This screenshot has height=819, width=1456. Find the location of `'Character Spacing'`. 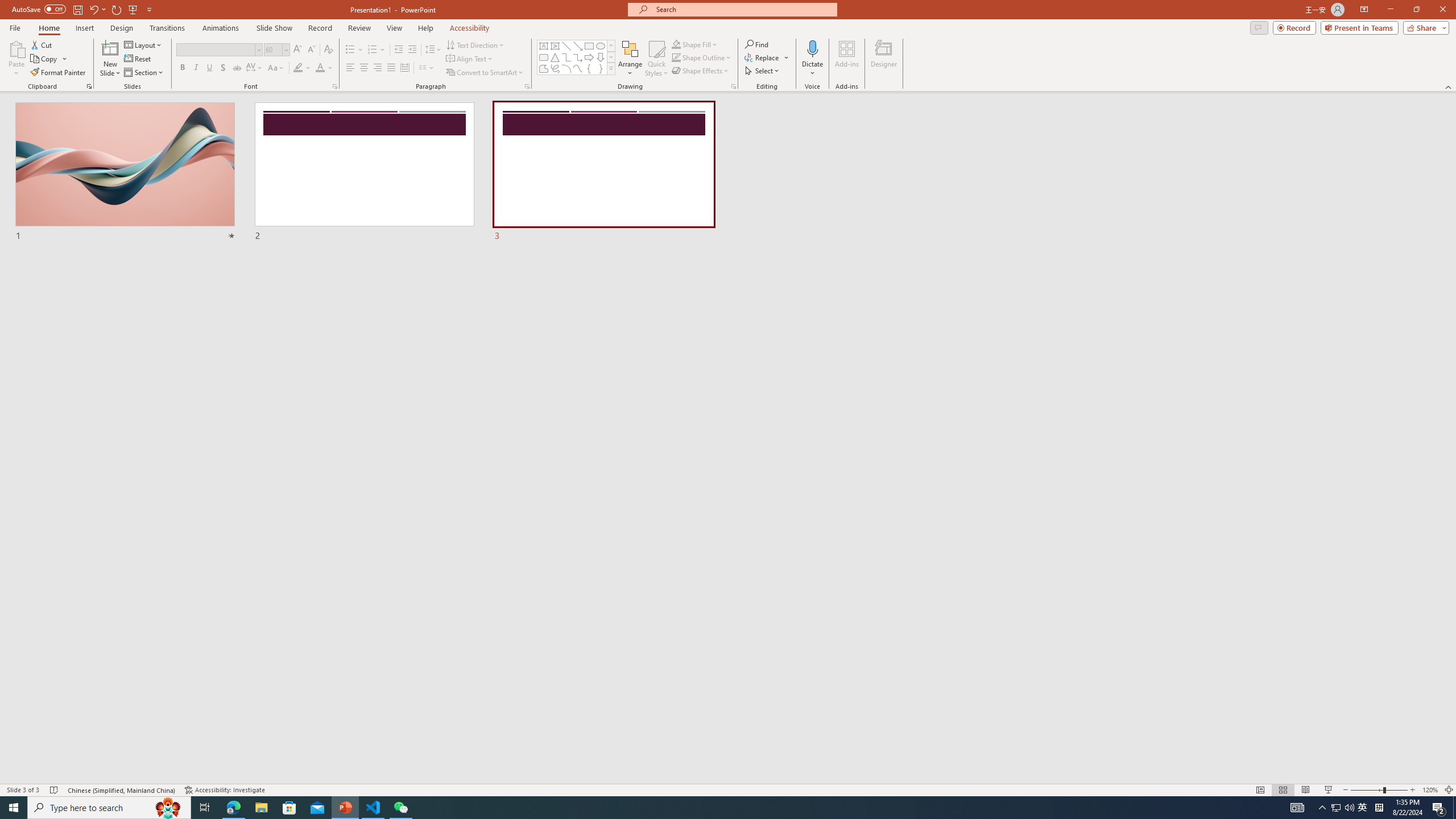

'Character Spacing' is located at coordinates (255, 67).